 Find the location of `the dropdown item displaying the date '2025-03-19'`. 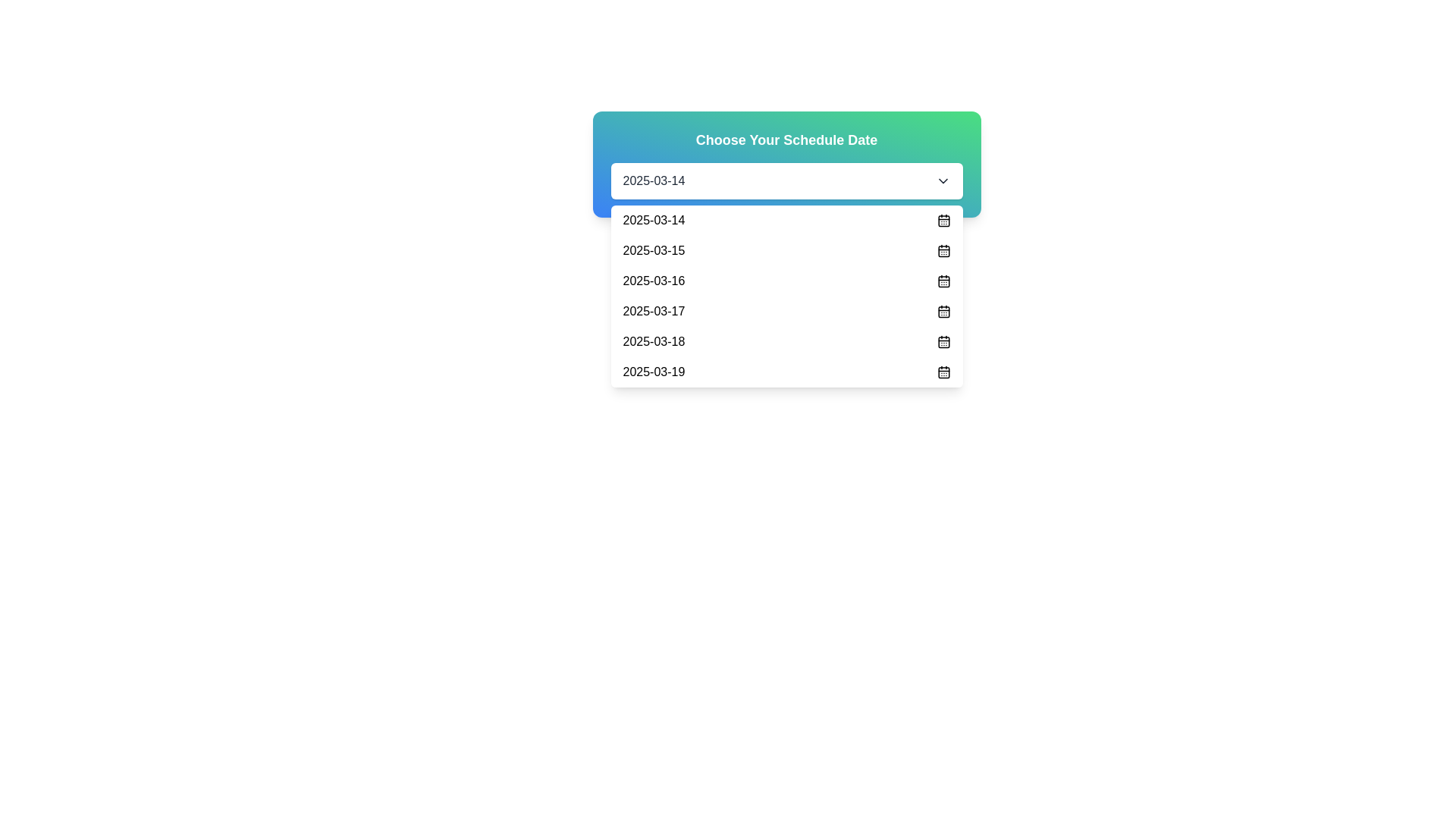

the dropdown item displaying the date '2025-03-19' is located at coordinates (786, 372).